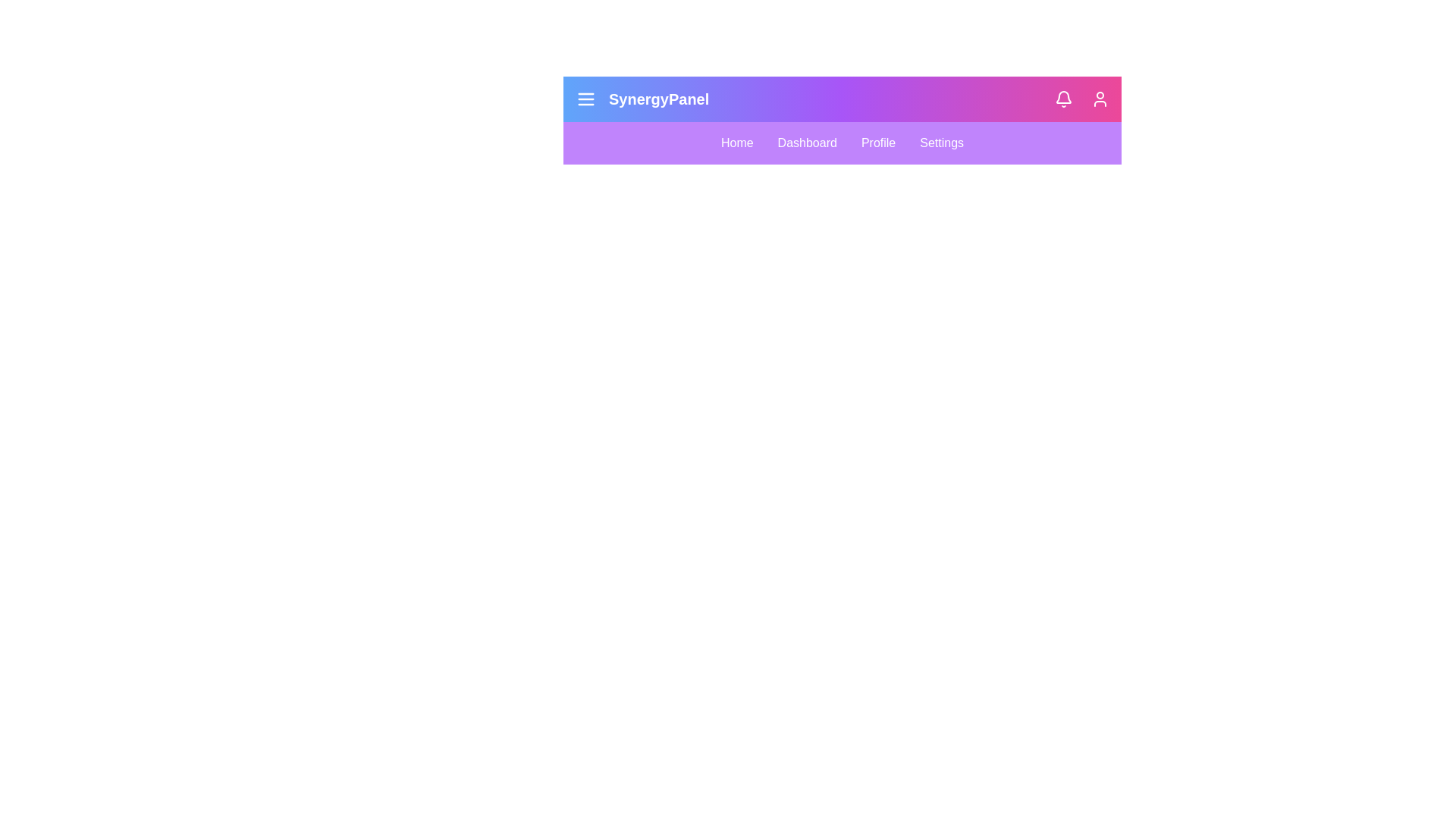  Describe the element at coordinates (806, 143) in the screenshot. I see `the 'Dashboard' navigation link` at that location.